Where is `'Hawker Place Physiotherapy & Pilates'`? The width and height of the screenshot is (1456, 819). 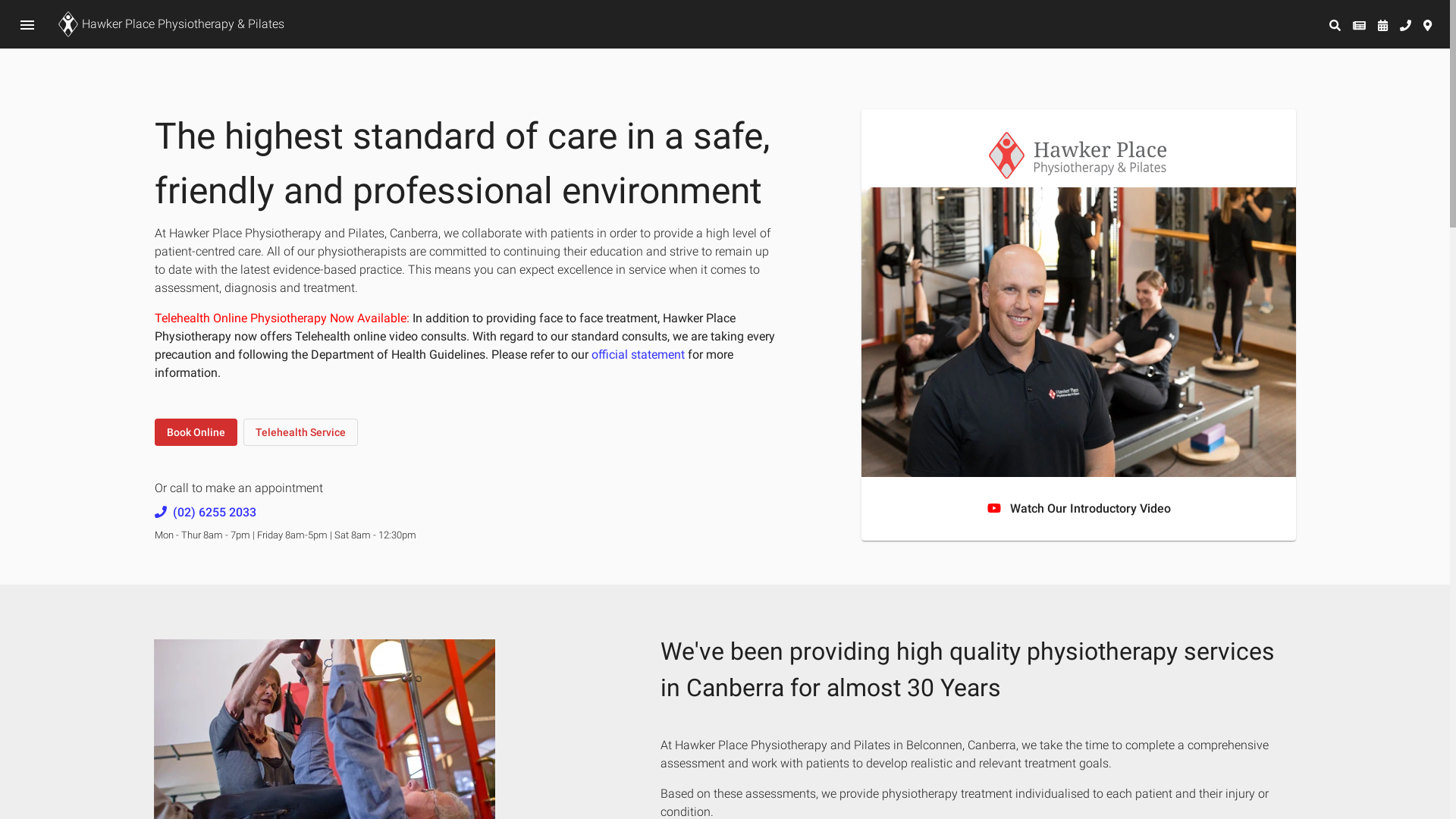 'Hawker Place Physiotherapy & Pilates' is located at coordinates (169, 24).